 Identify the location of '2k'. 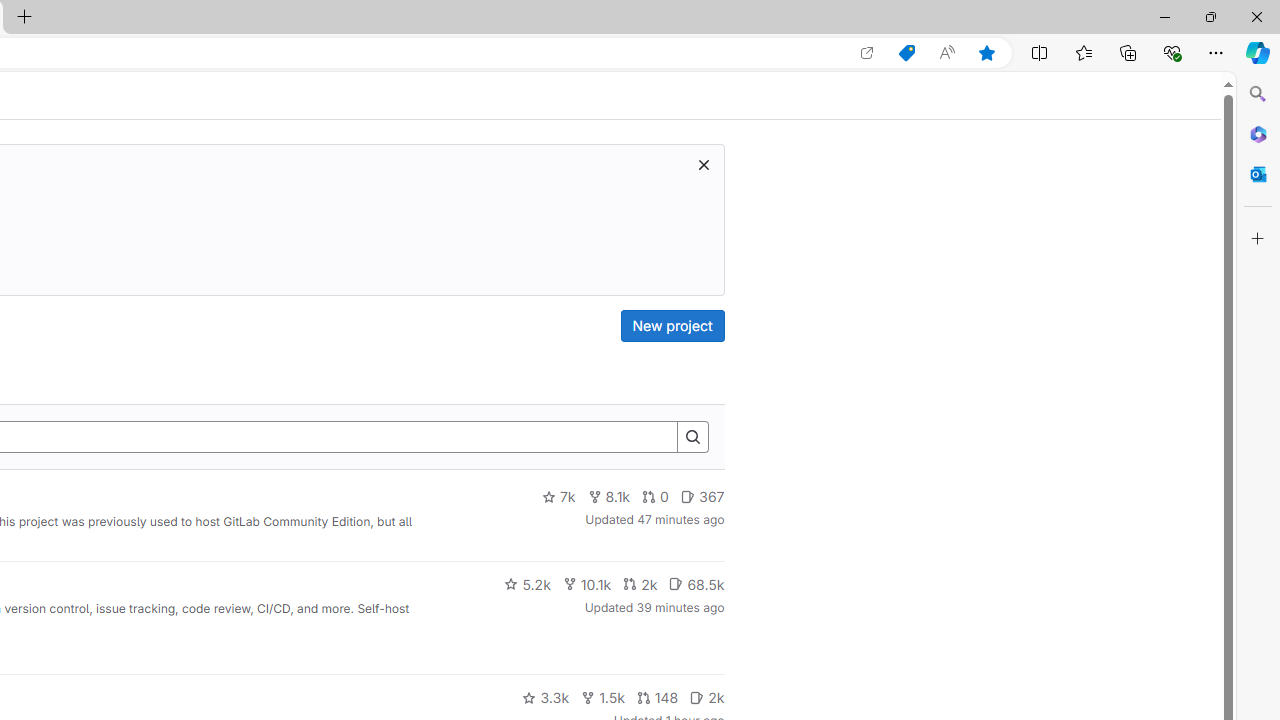
(707, 697).